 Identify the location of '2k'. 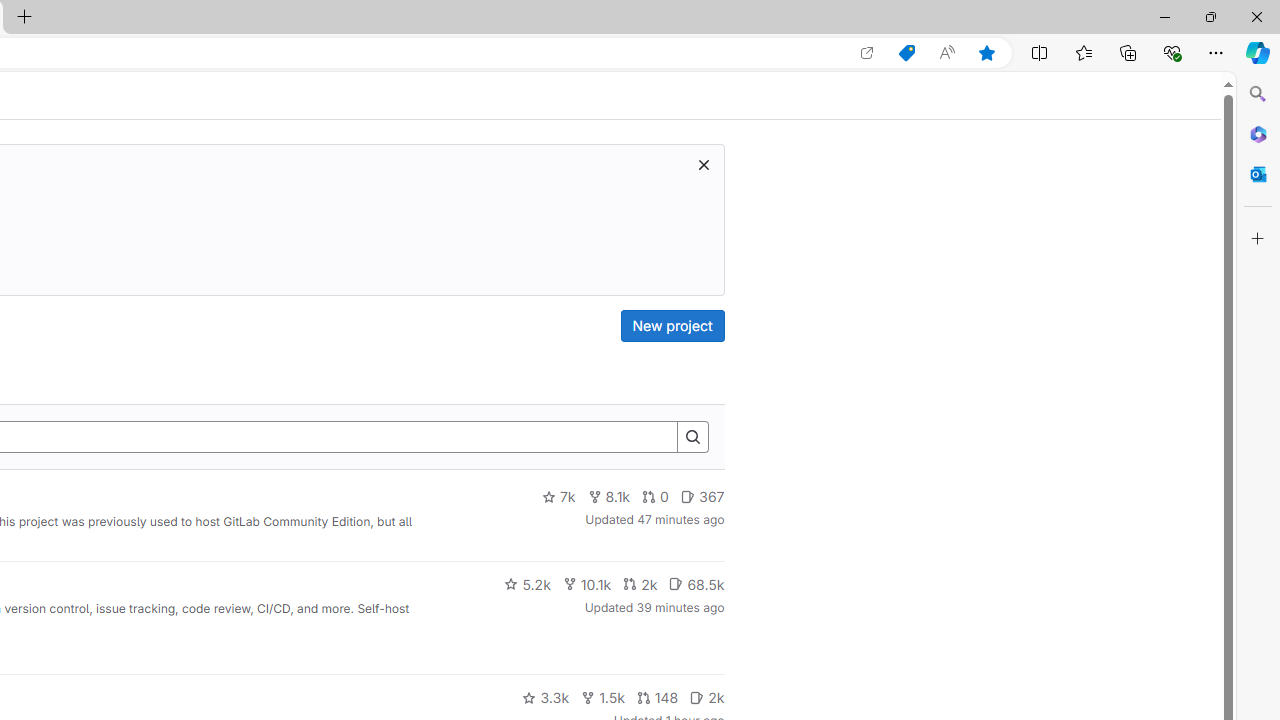
(707, 697).